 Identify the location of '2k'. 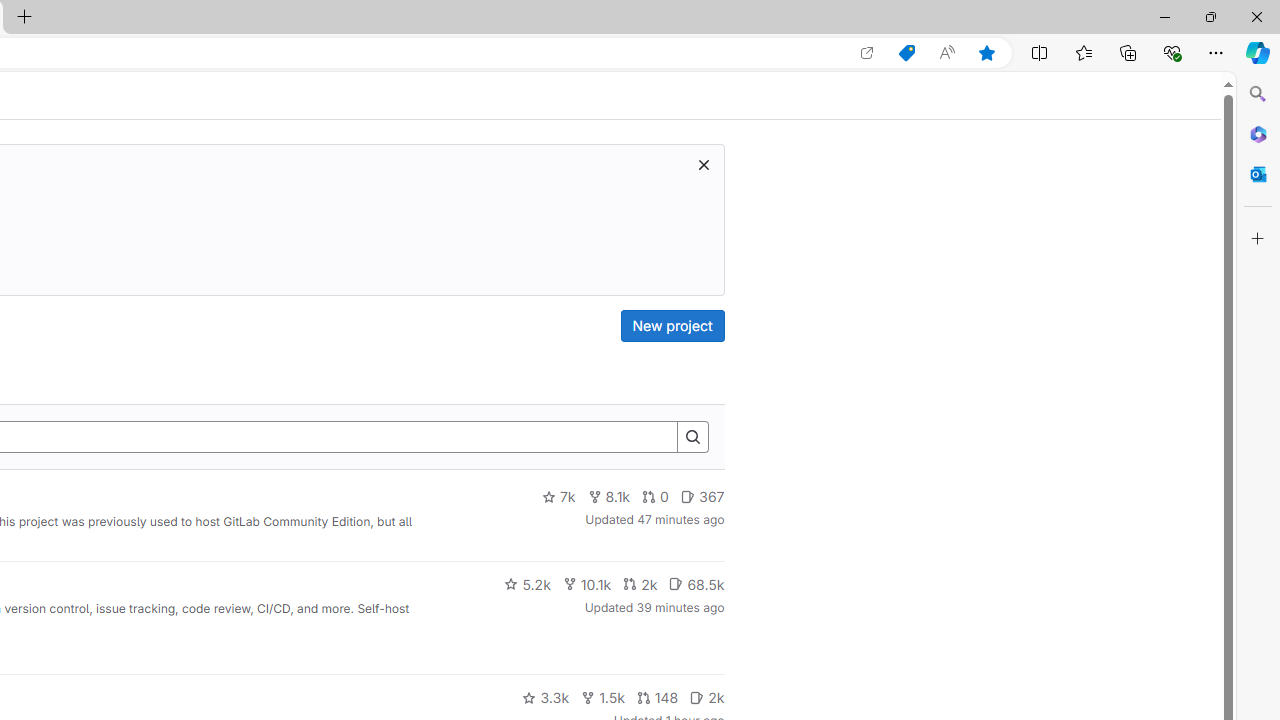
(707, 697).